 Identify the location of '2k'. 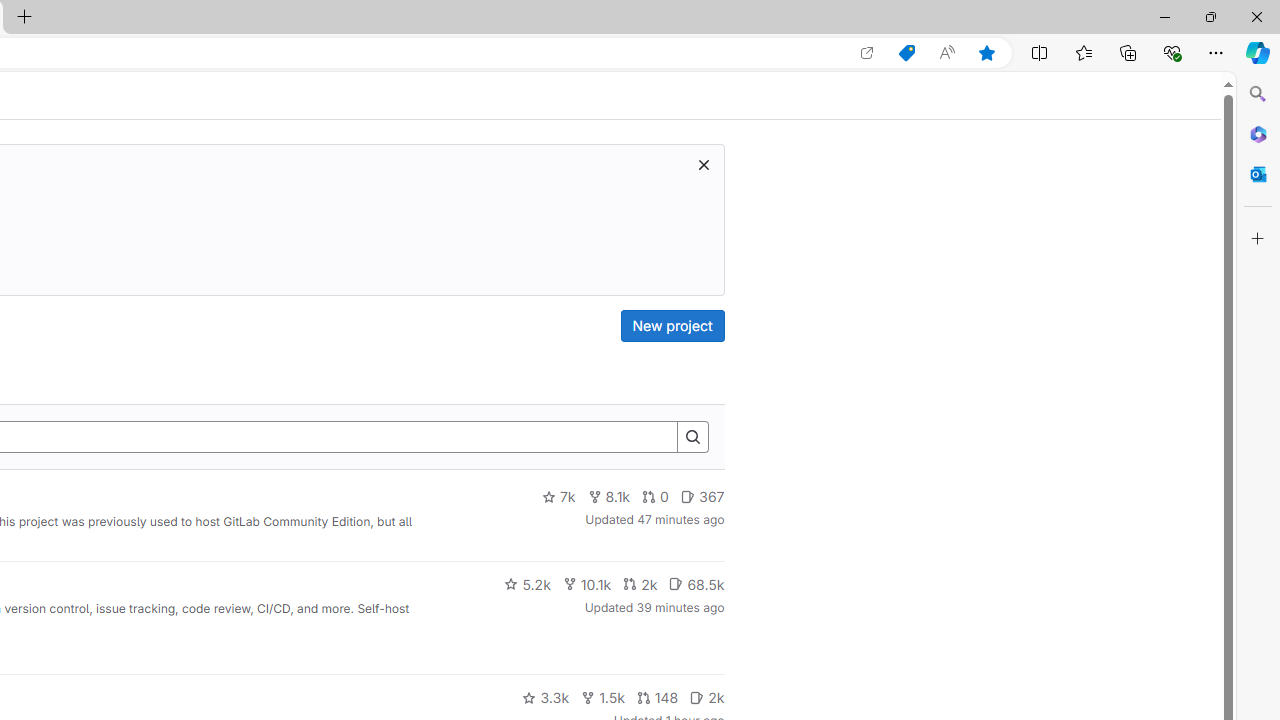
(707, 697).